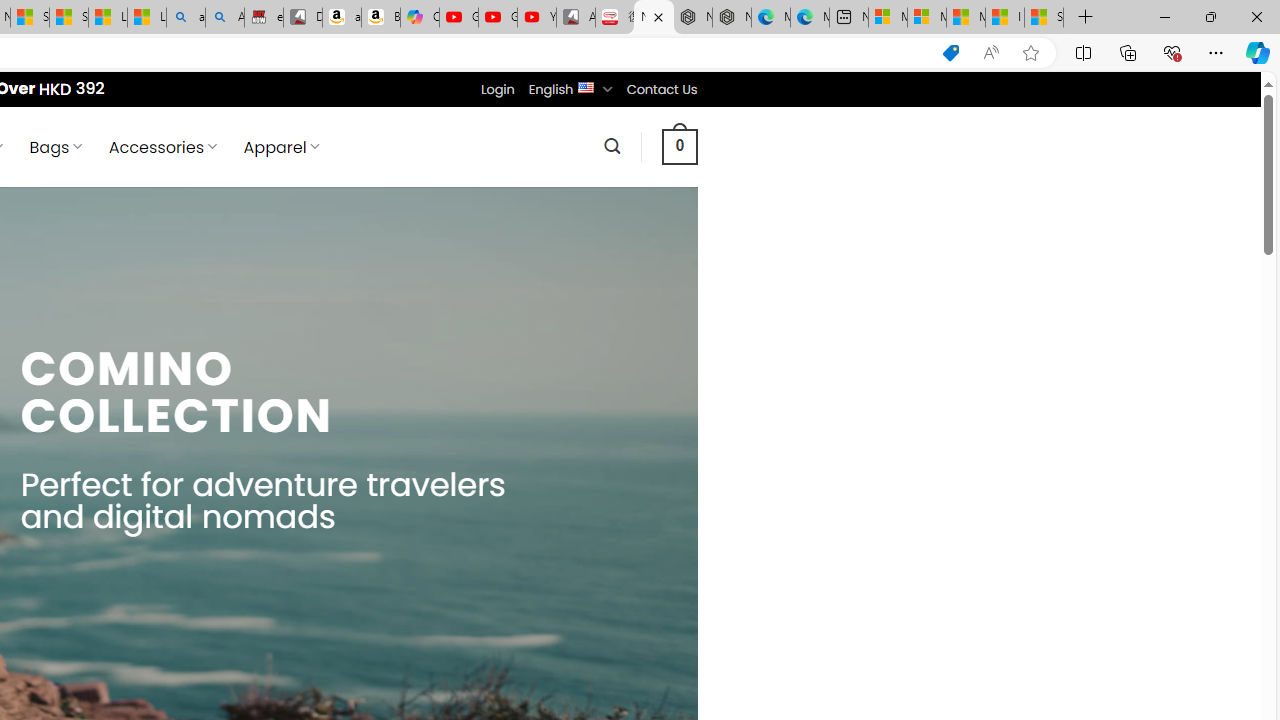  I want to click on 'amazon.in/dp/B0CX59H5W7/?tag=gsmcom05-21', so click(341, 17).